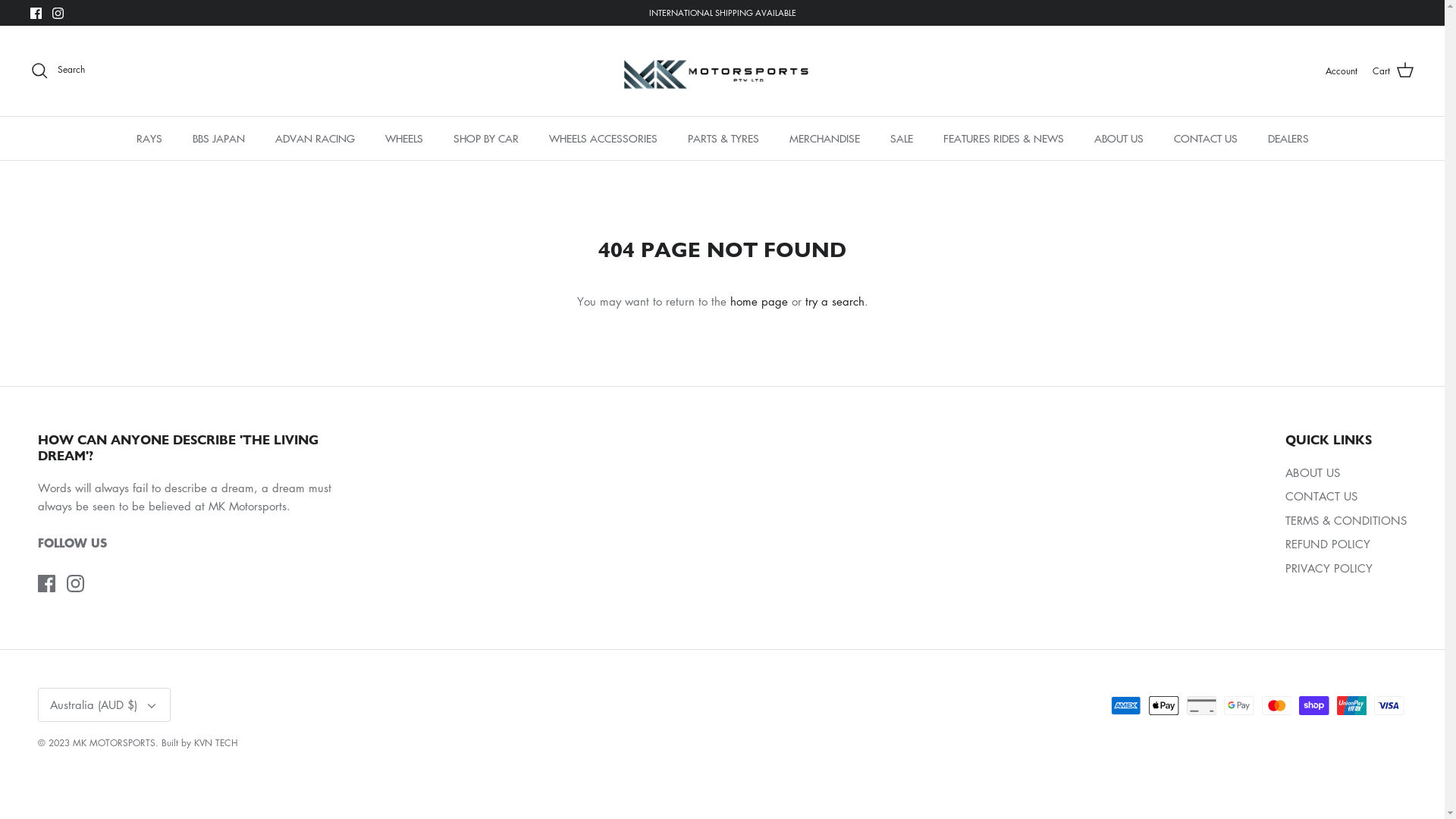 This screenshot has width=1456, height=819. Describe the element at coordinates (1341, 71) in the screenshot. I see `'Account'` at that location.